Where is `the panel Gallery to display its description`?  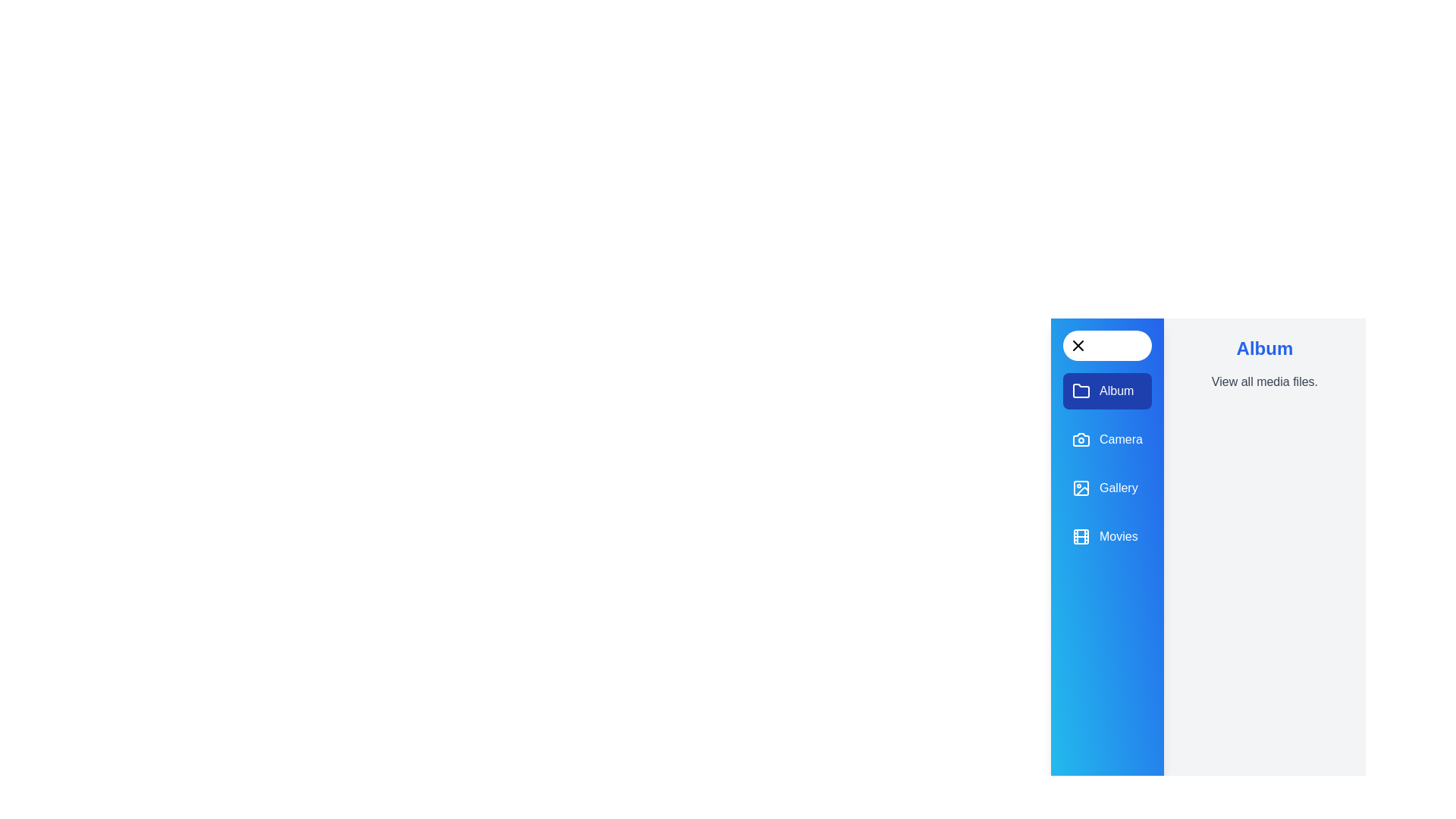 the panel Gallery to display its description is located at coordinates (1107, 488).